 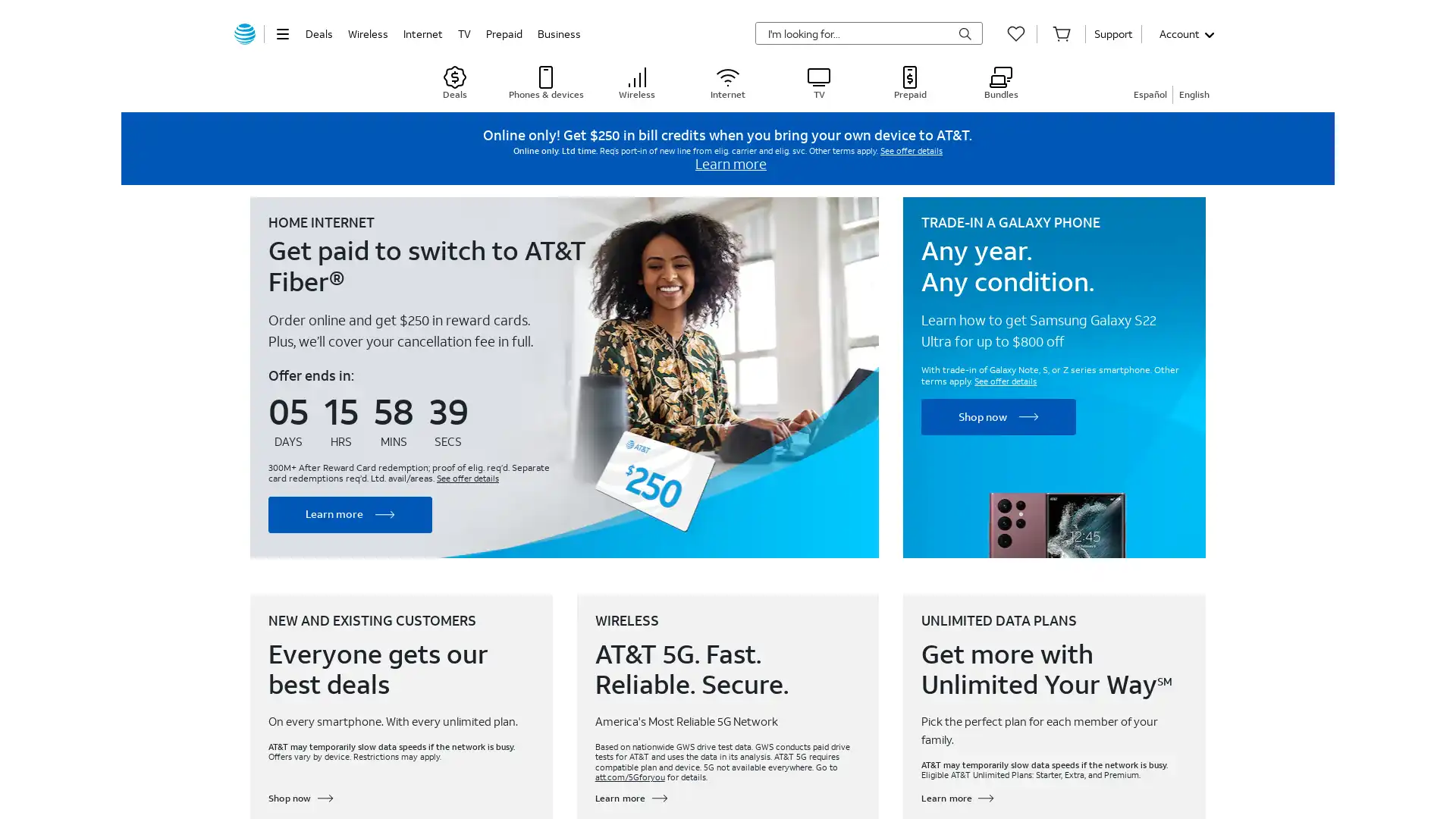 What do you see at coordinates (964, 34) in the screenshot?
I see `Search` at bounding box center [964, 34].